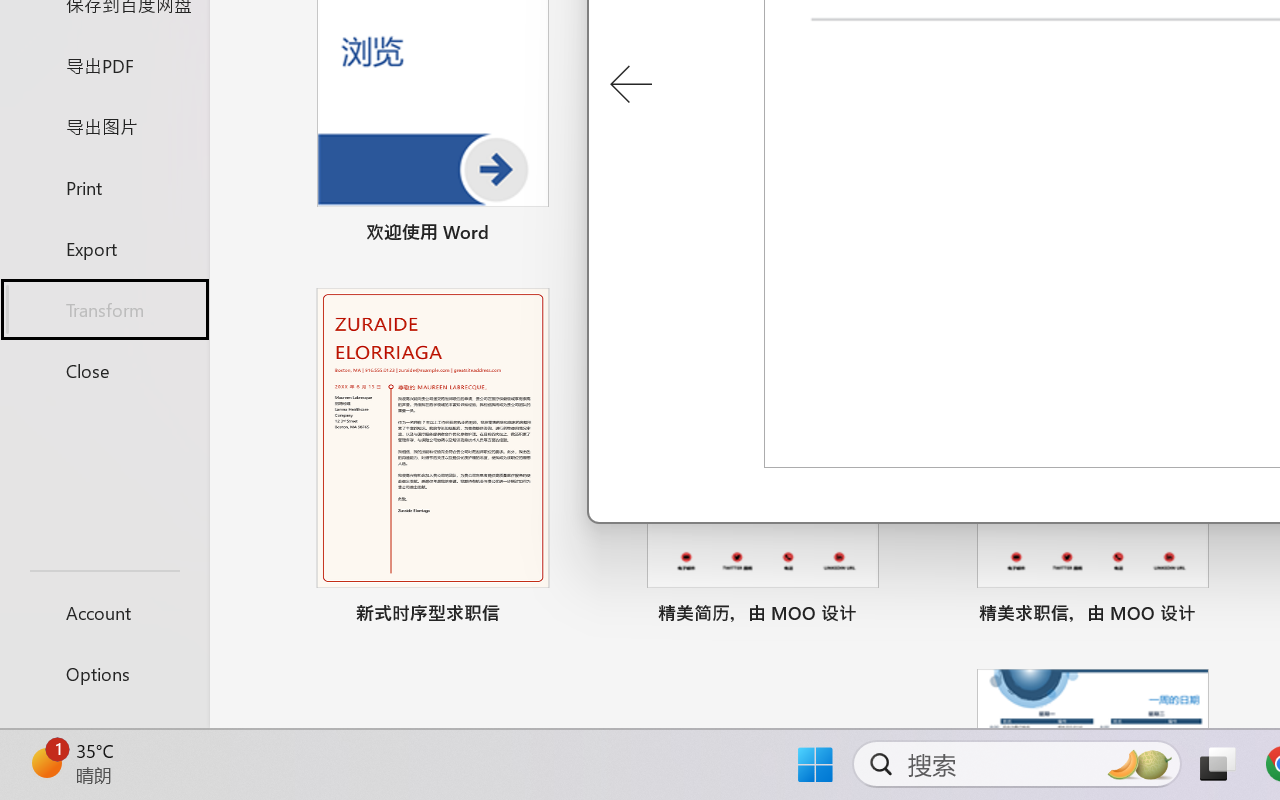  I want to click on 'Export', so click(103, 247).